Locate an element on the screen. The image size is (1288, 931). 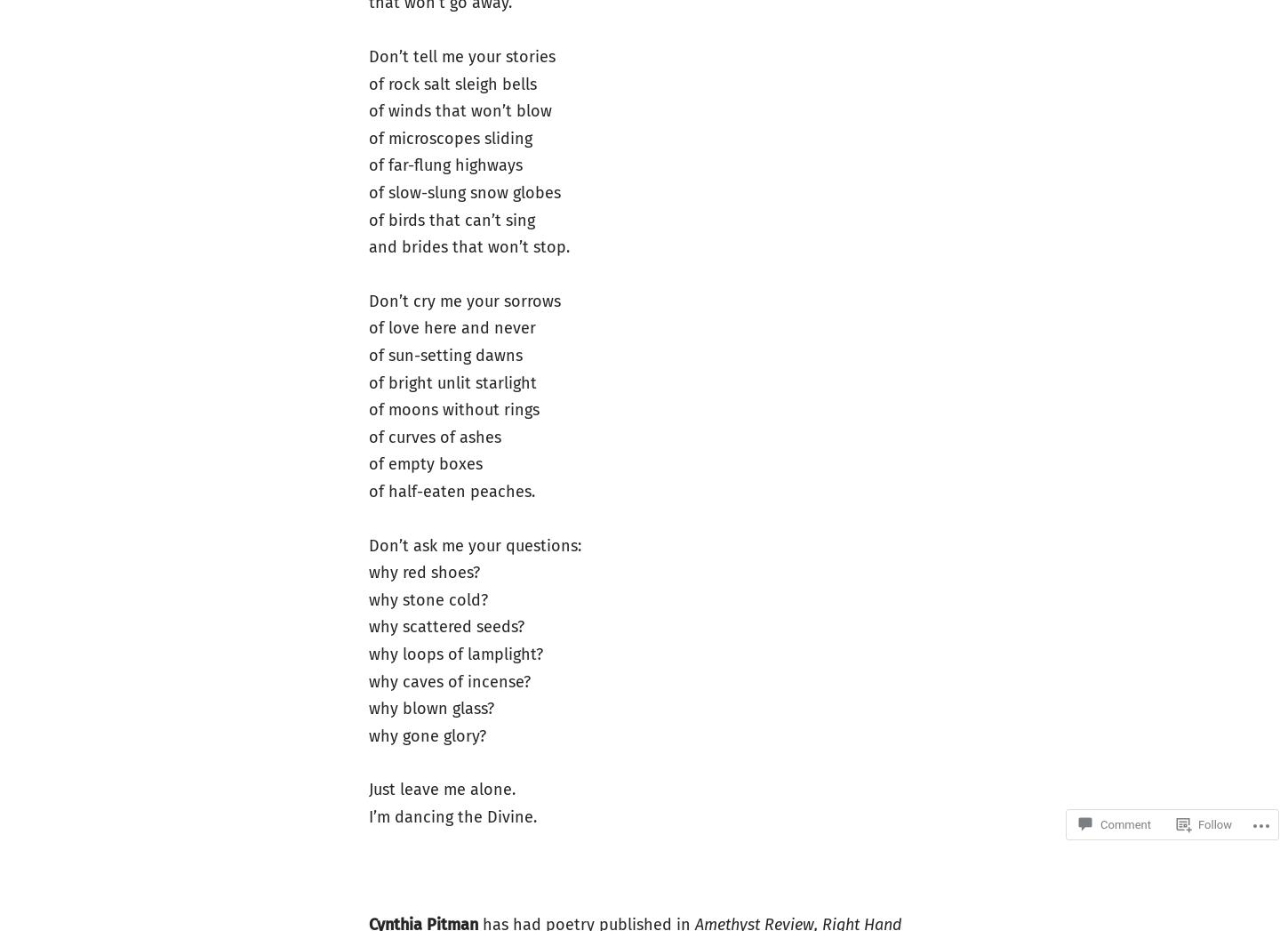
'why loops of lamplight?' is located at coordinates (366, 653).